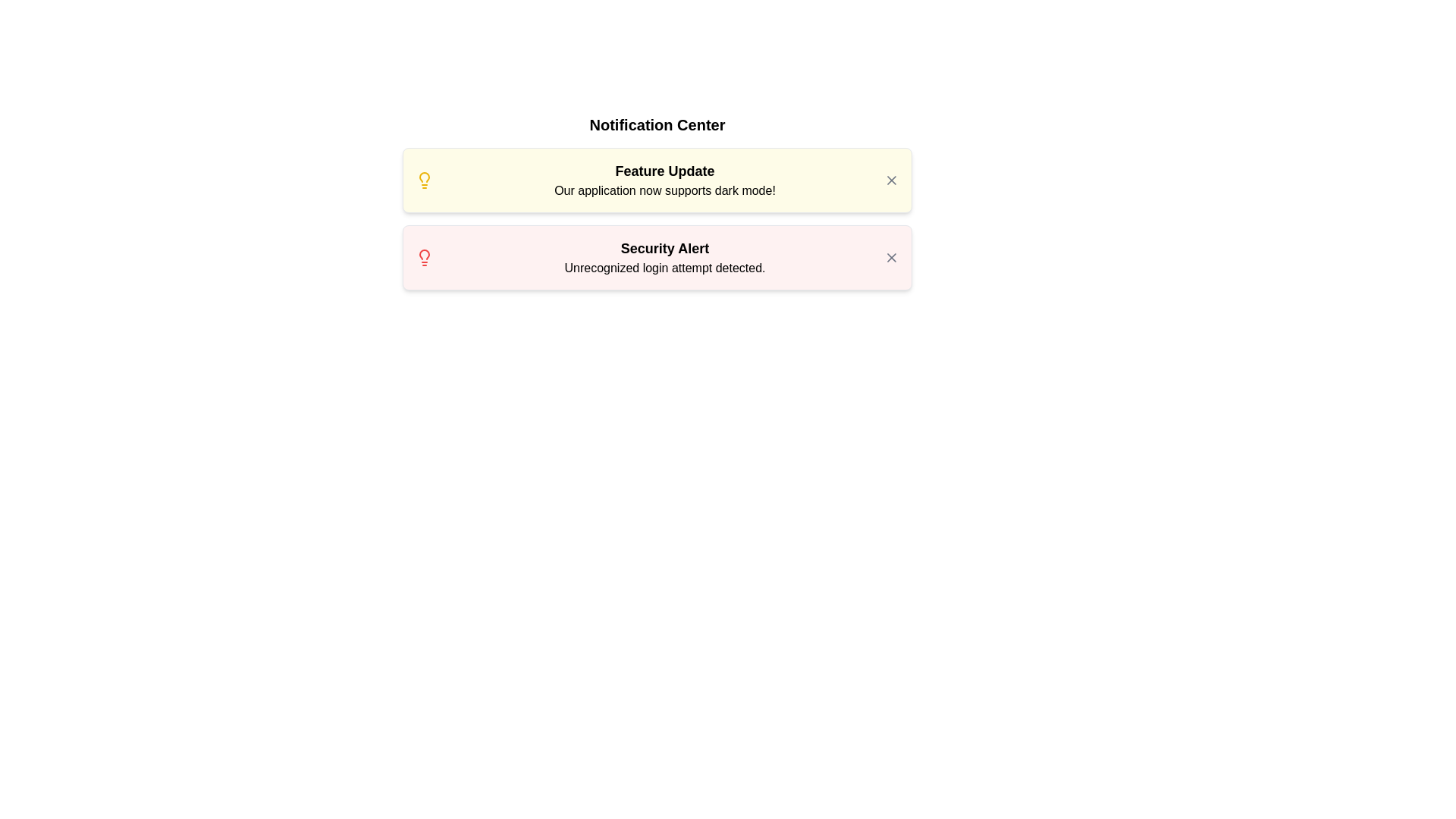  I want to click on the non-interactive notification display located beneath the 'Notification Center' header, so click(665, 180).